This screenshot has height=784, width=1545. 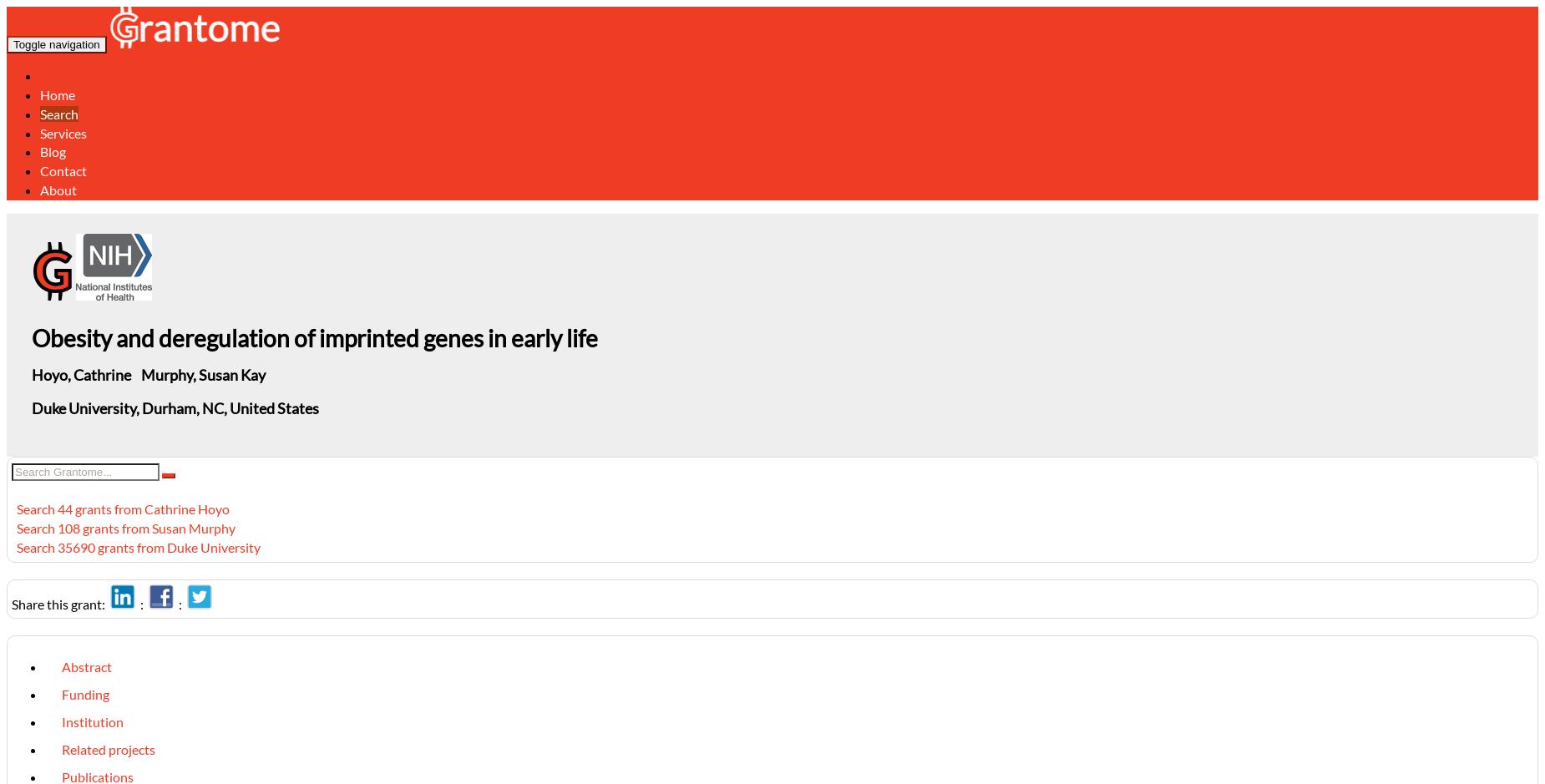 I want to click on 'Services', so click(x=63, y=132).